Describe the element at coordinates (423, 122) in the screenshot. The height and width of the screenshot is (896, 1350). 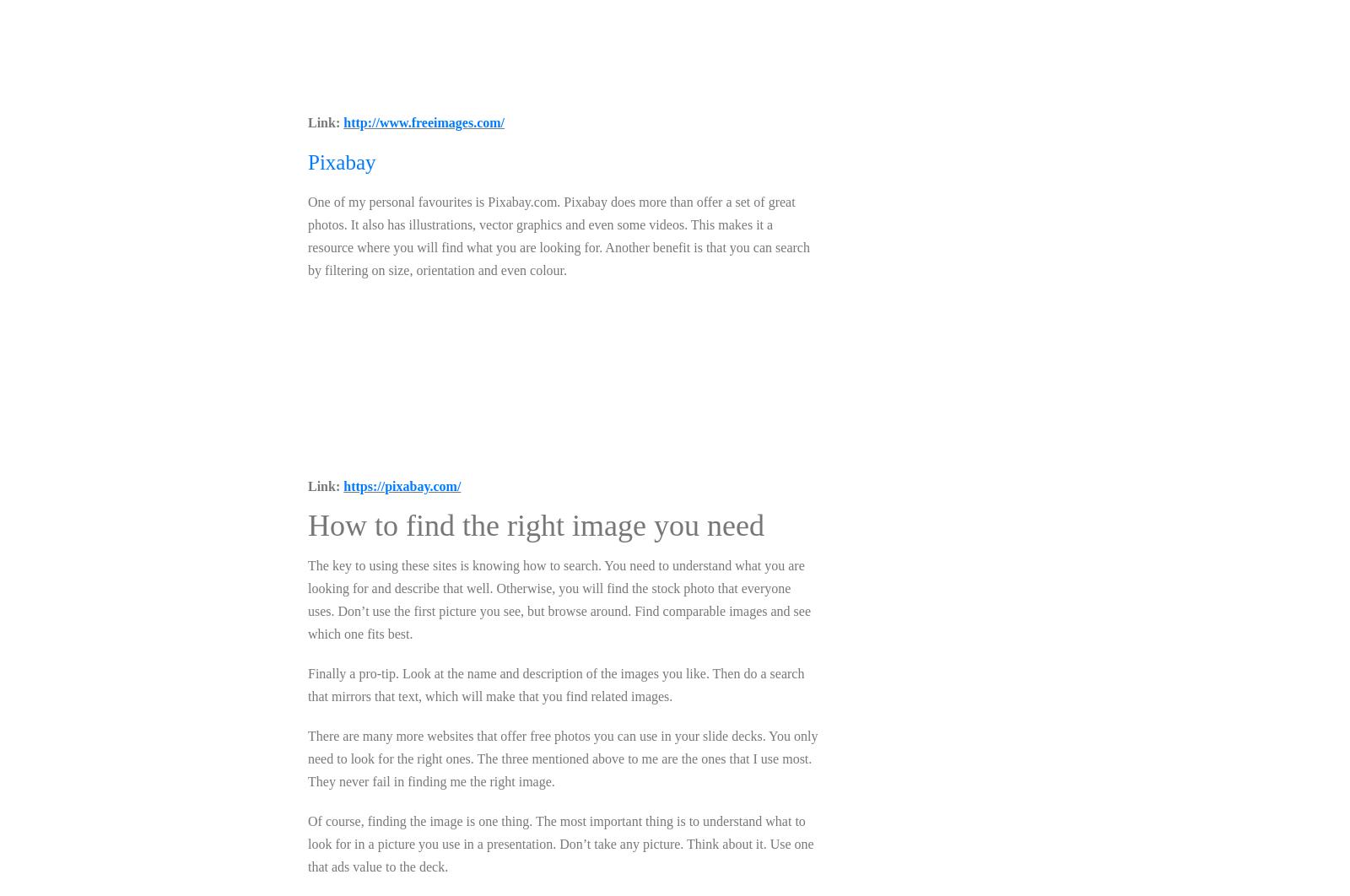
I see `'http://www.freeimages.com/'` at that location.